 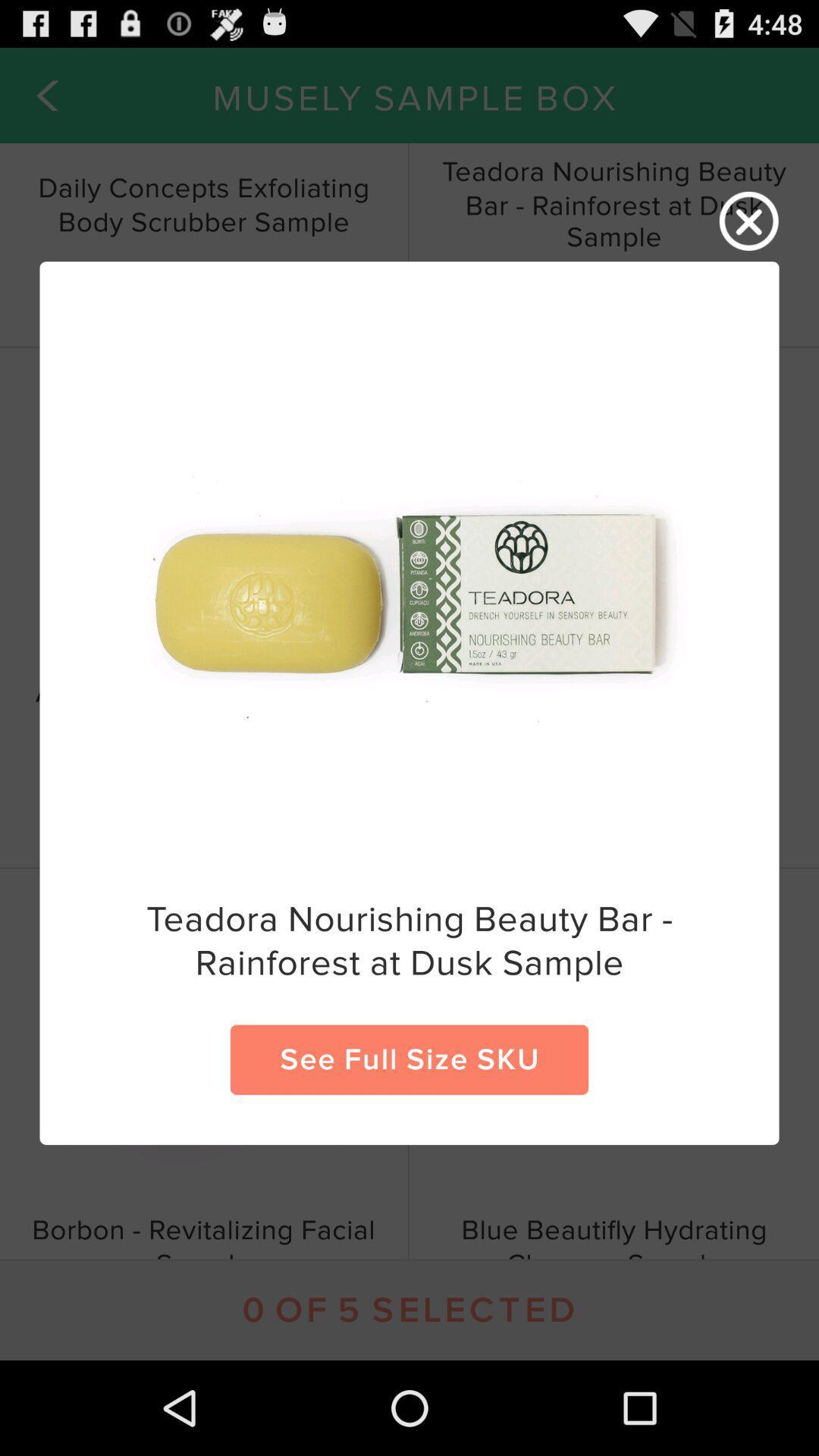 What do you see at coordinates (748, 221) in the screenshot?
I see `the icon at the top right corner` at bounding box center [748, 221].